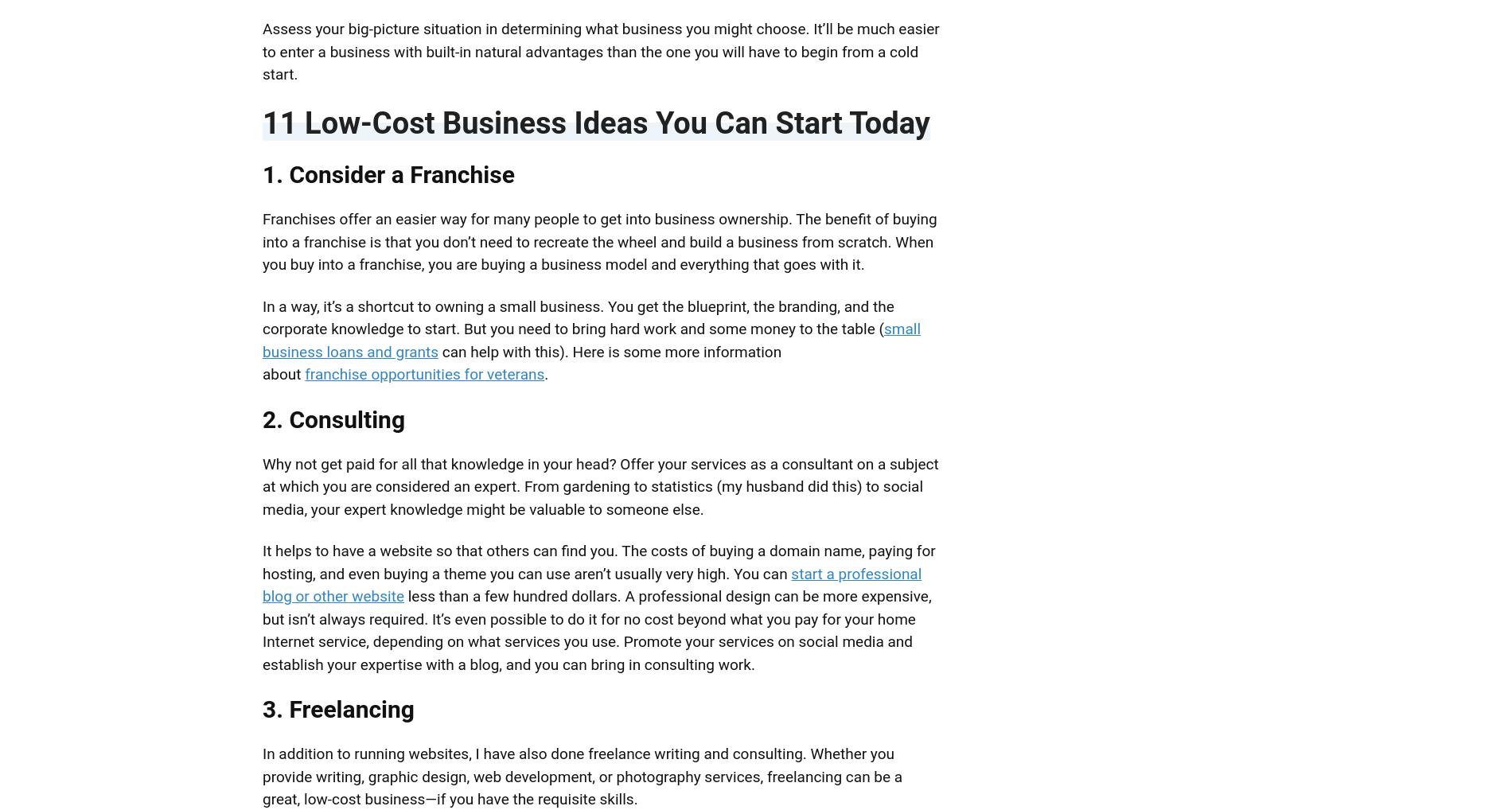 The width and height of the screenshot is (1512, 810). Describe the element at coordinates (595, 630) in the screenshot. I see `'less than a few hundred dollars. A professional design can be more expensive, but isn’t always required. It’s even possible to do it for no cost beyond what you pay for your home Internet service, depending on what services you use. Promote your services on social media and establish your expertise with a blog, and you can bring in consulting work.'` at that location.